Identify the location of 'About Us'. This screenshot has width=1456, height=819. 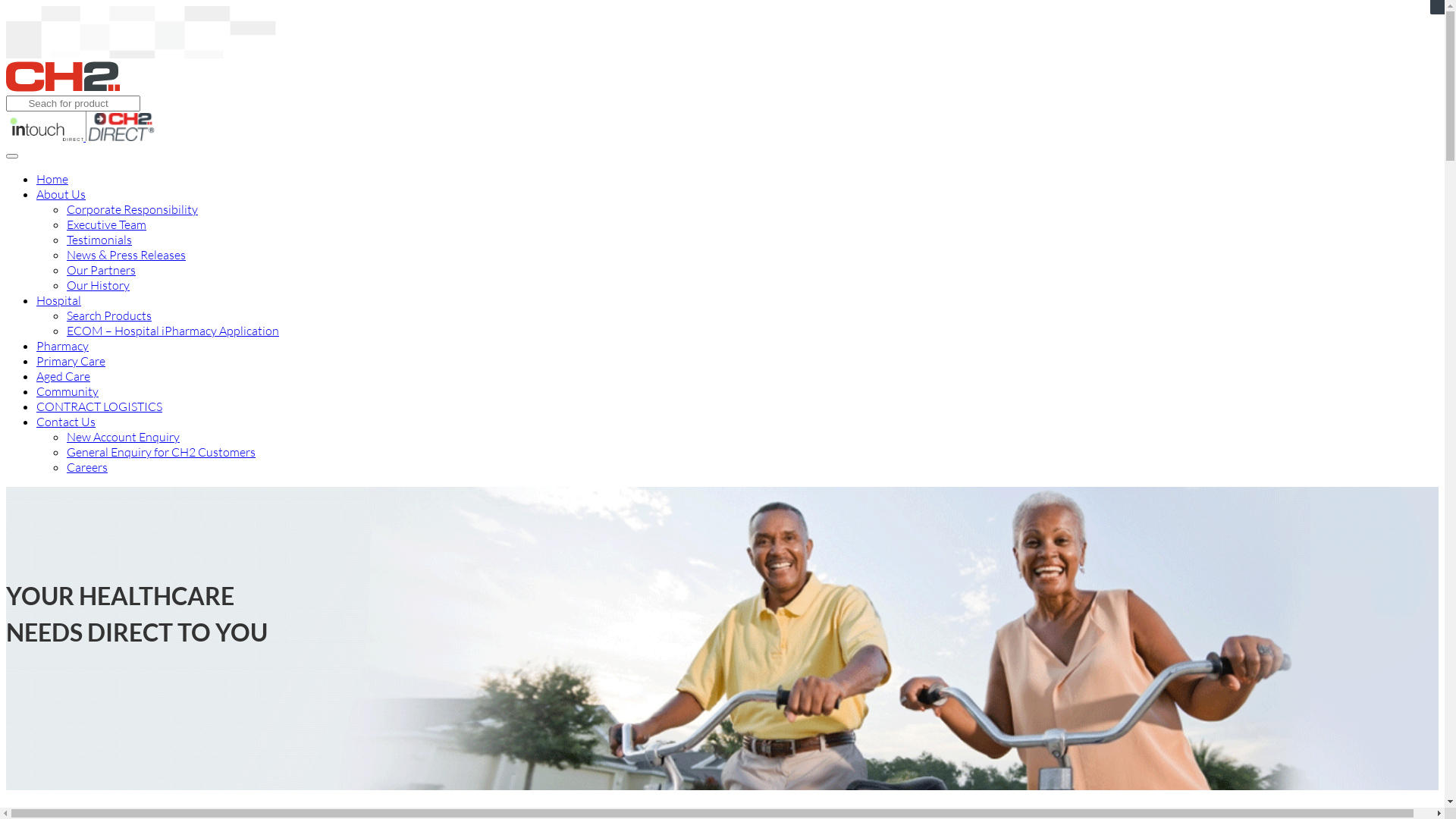
(61, 193).